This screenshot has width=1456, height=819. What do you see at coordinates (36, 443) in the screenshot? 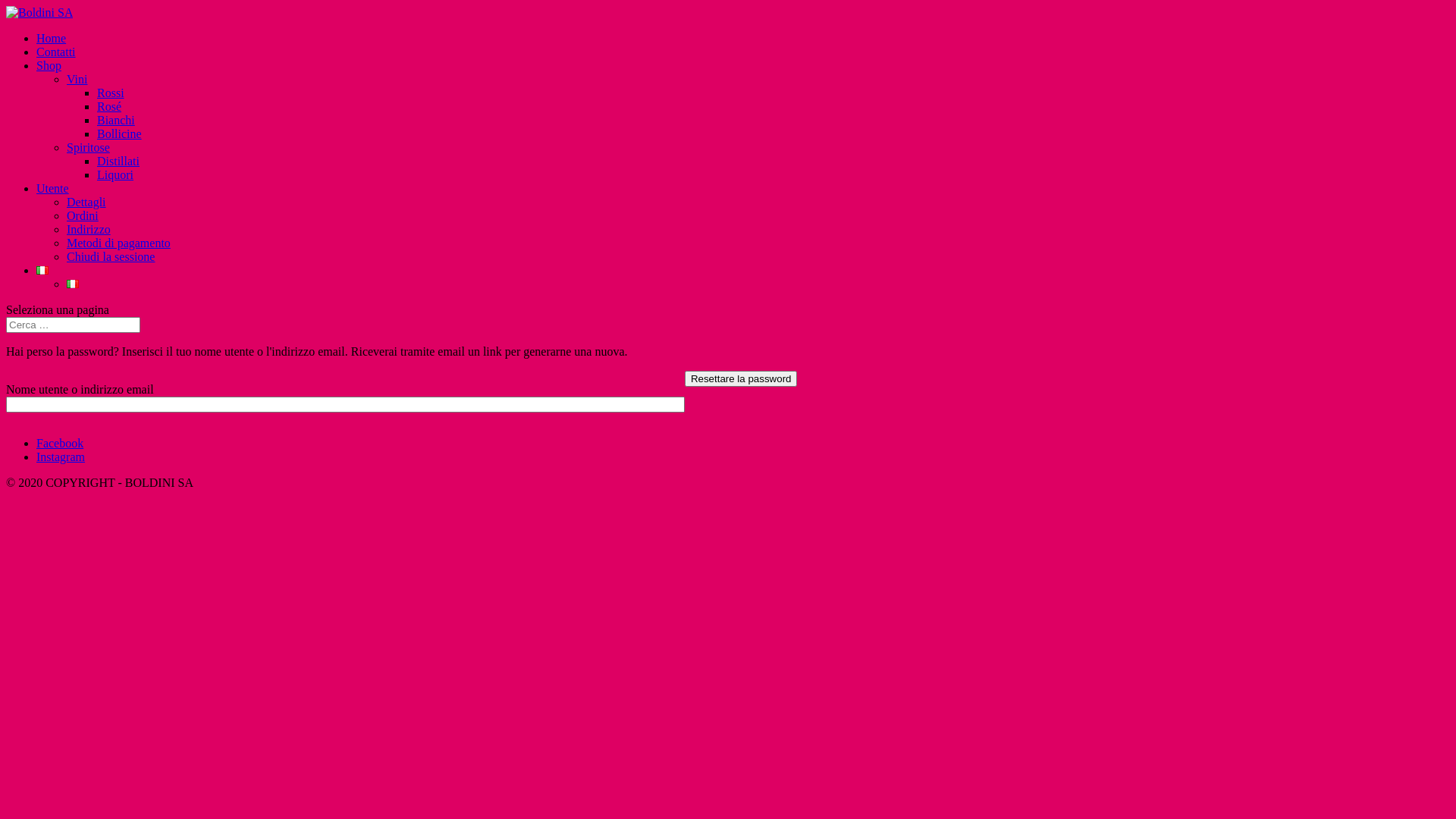
I see `'Facebook'` at bounding box center [36, 443].